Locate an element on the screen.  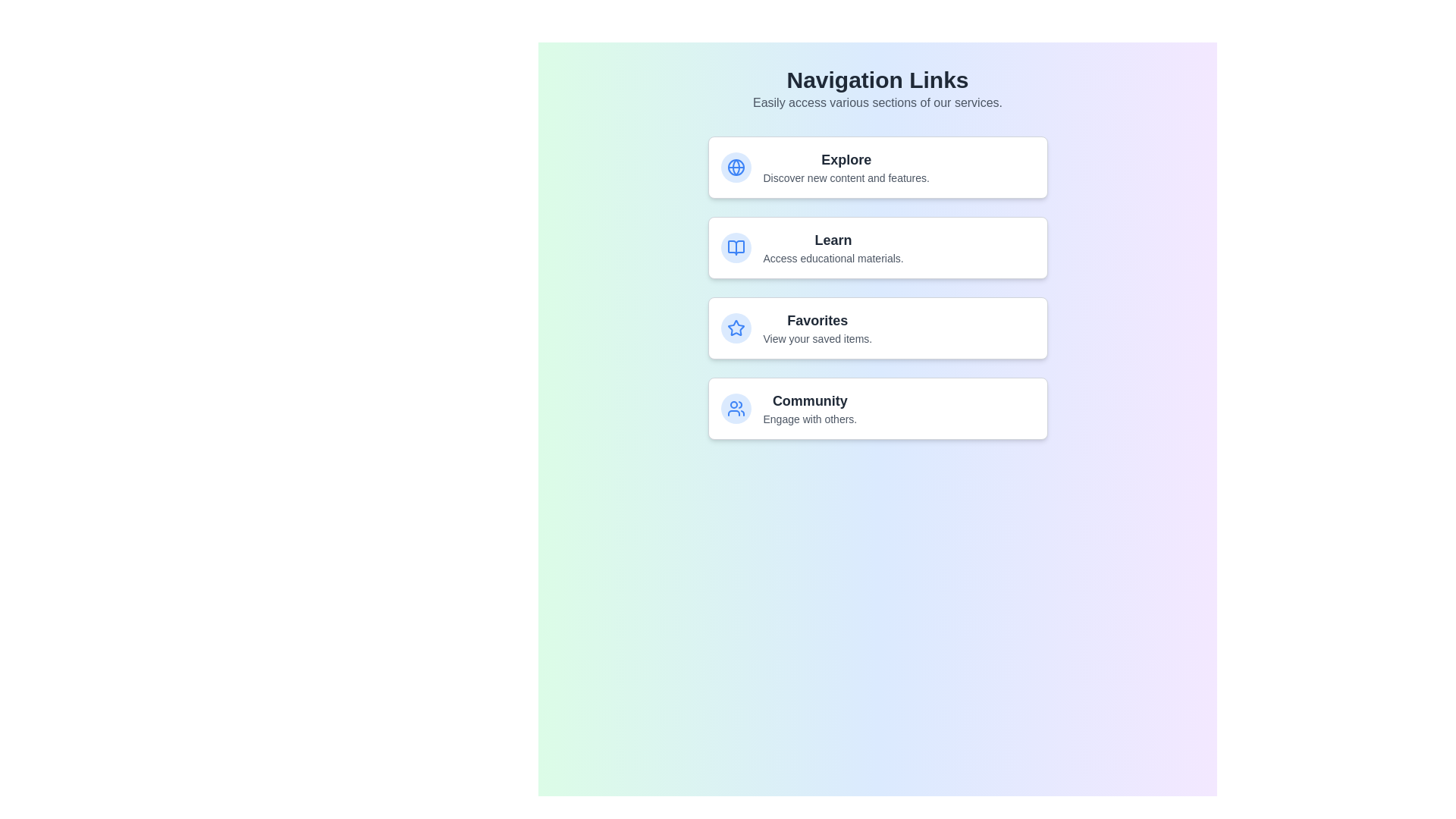
the second interactive navigation link button, positioned below 'Explore' and above 'Favorites' is located at coordinates (877, 253).